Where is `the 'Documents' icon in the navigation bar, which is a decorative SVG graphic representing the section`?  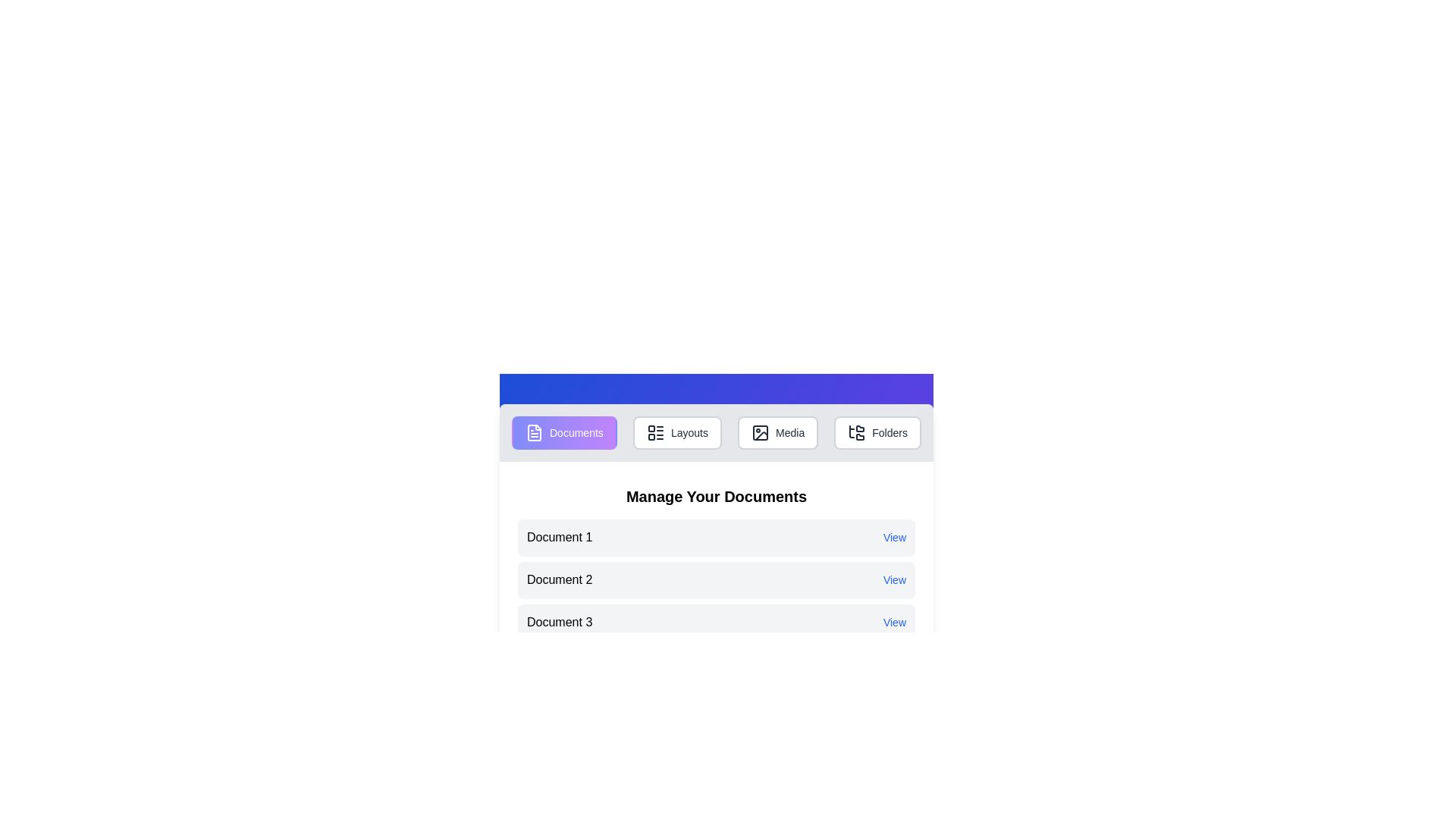 the 'Documents' icon in the navigation bar, which is a decorative SVG graphic representing the section is located at coordinates (535, 432).